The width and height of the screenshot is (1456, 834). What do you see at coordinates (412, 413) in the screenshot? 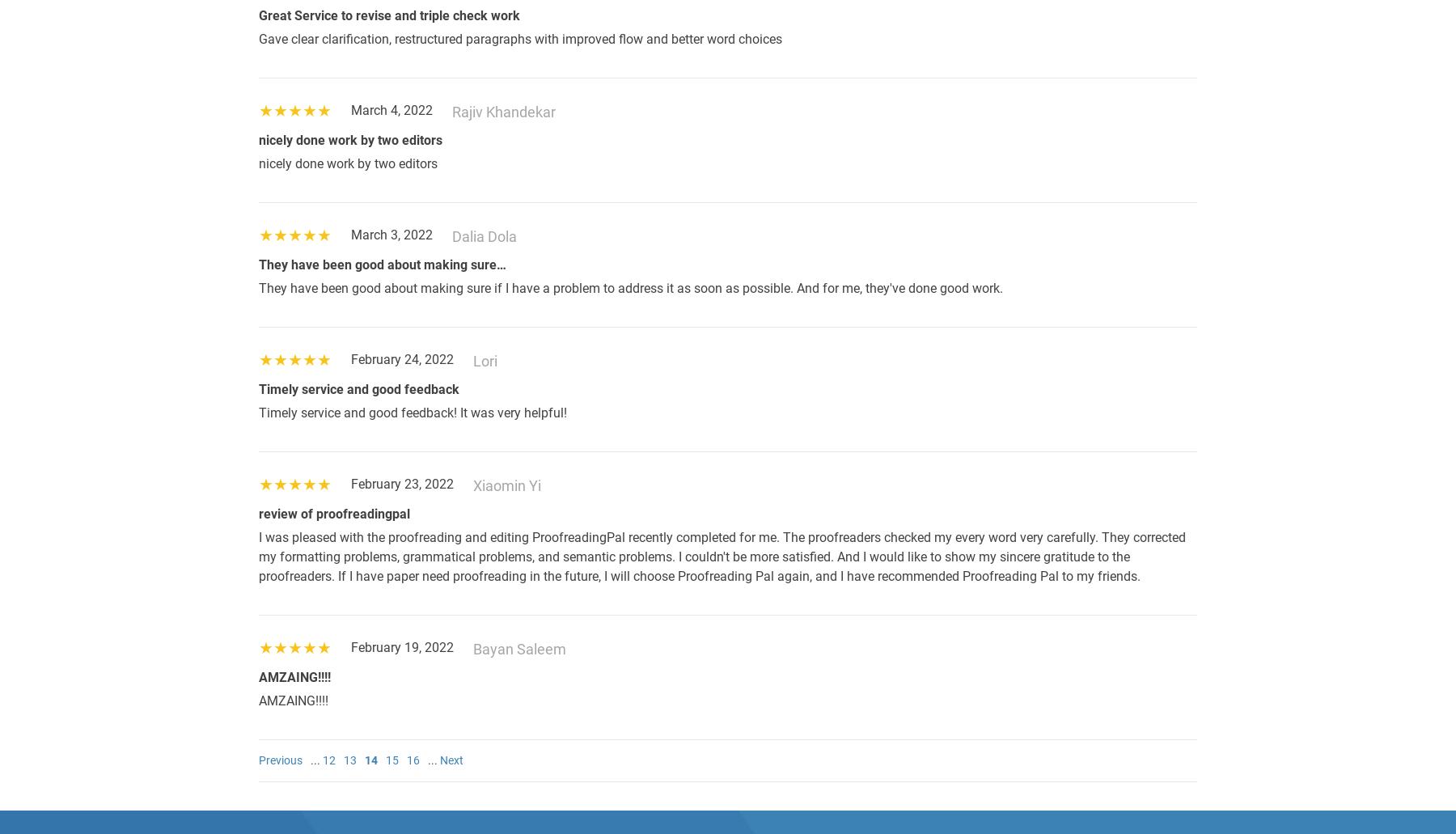
I see `'Timely service and good feedback! It was very helpful!'` at bounding box center [412, 413].